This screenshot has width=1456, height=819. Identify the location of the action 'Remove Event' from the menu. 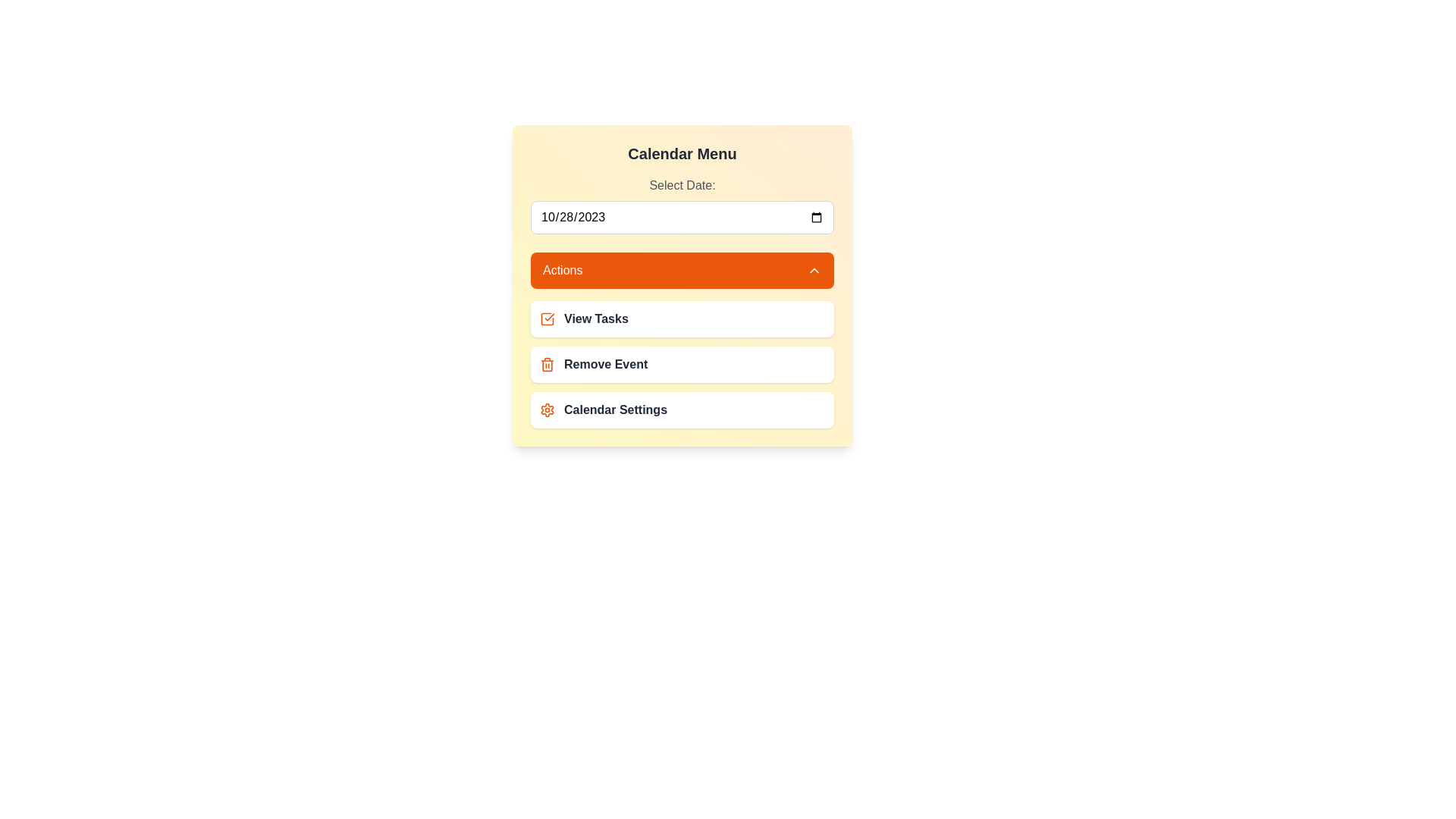
(682, 365).